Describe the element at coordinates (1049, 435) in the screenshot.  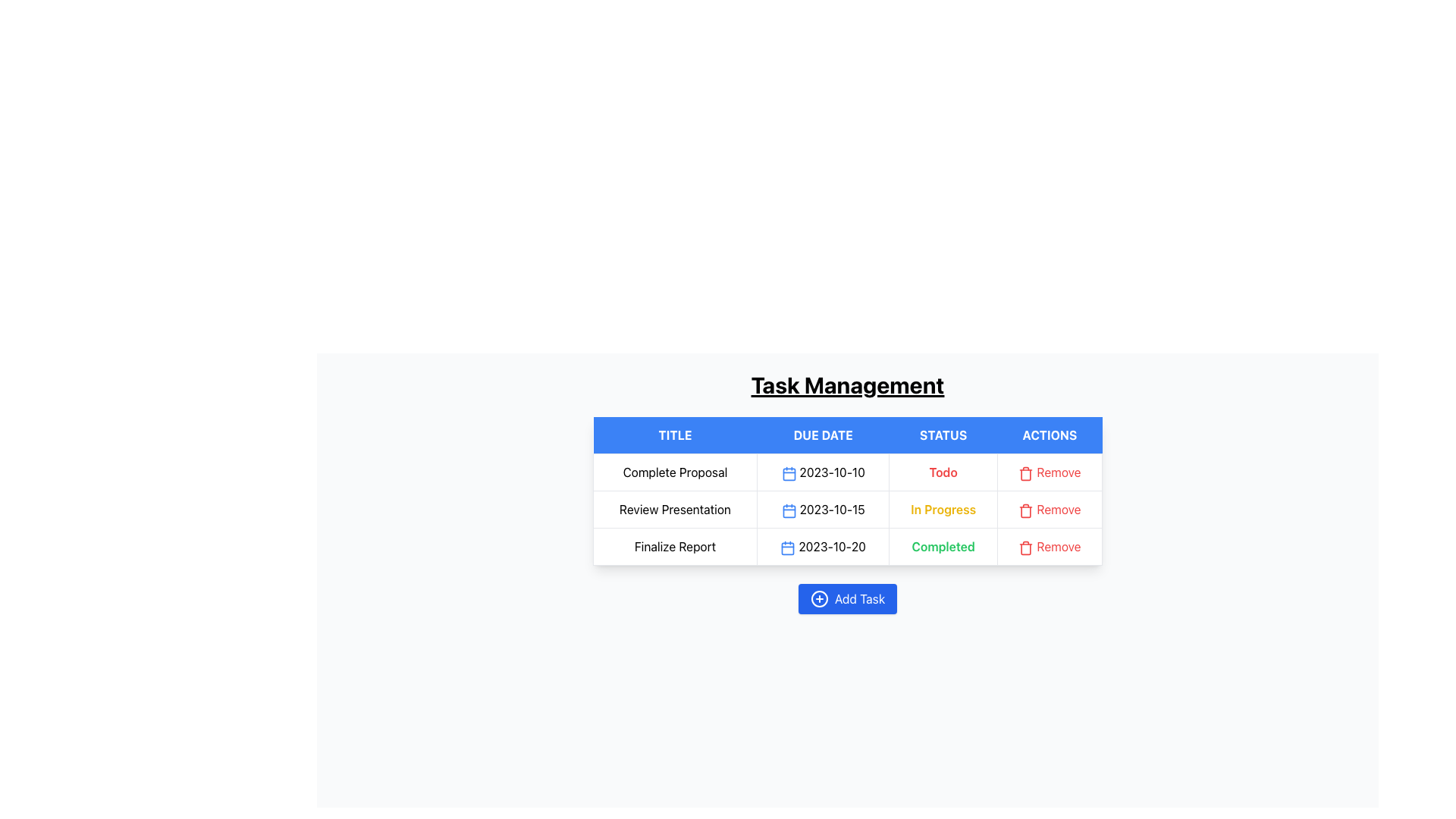
I see `the 'Actions' column header, which is the fourth header in a table row that includes 'Title', 'Due Date', 'Status', and 'Actions'` at that location.